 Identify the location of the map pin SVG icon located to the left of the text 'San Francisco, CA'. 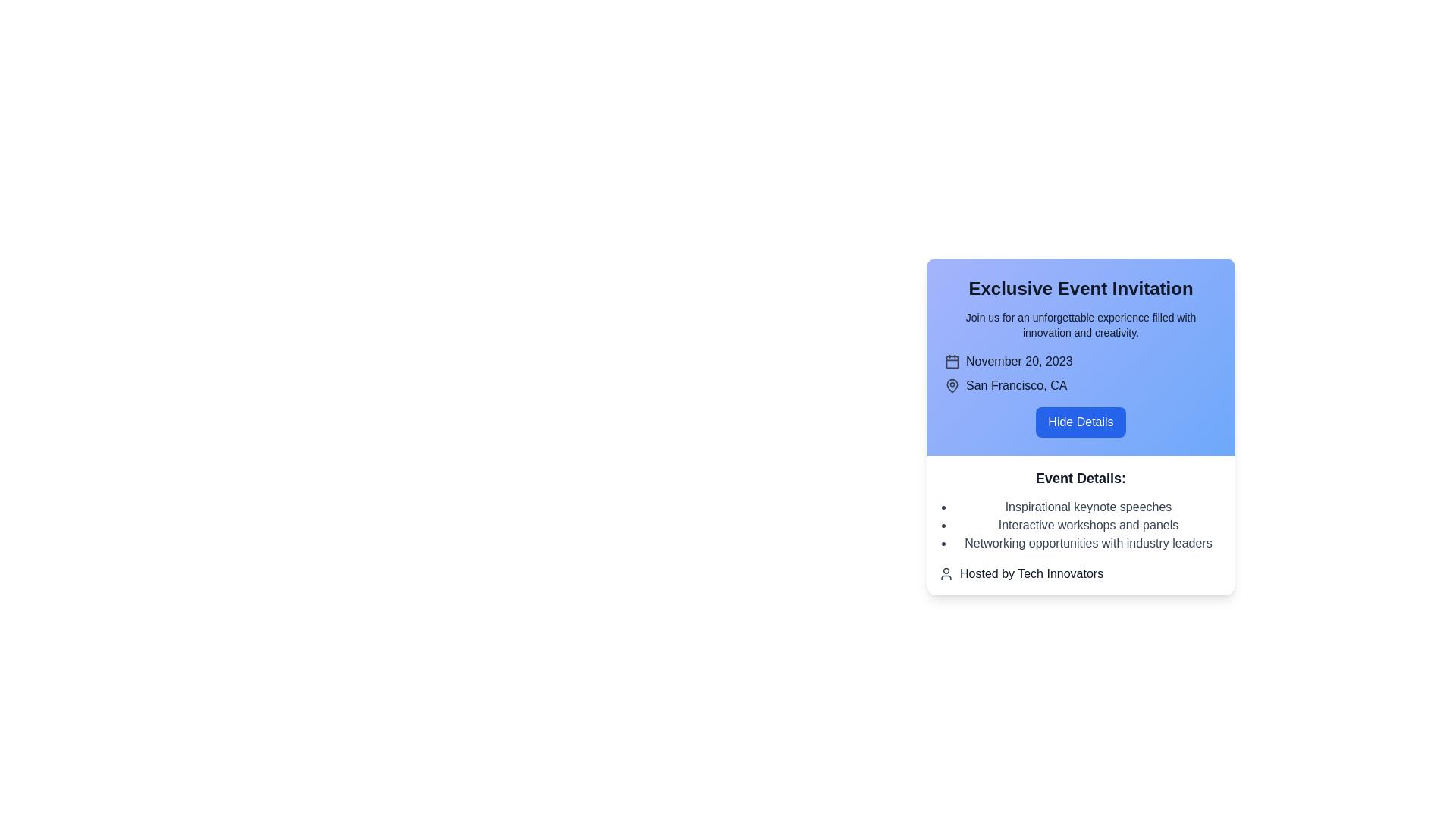
(952, 385).